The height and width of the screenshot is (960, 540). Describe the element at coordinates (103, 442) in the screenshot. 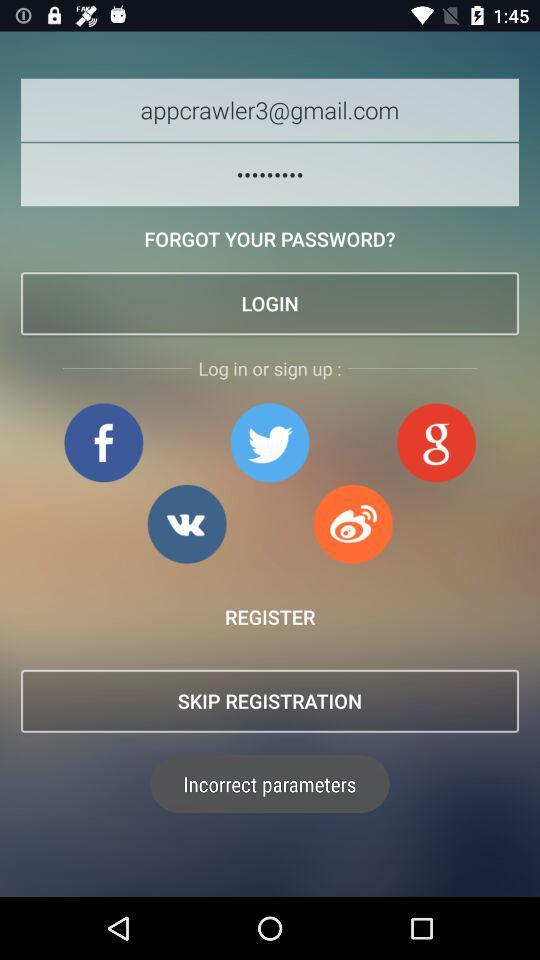

I see `facebook` at that location.